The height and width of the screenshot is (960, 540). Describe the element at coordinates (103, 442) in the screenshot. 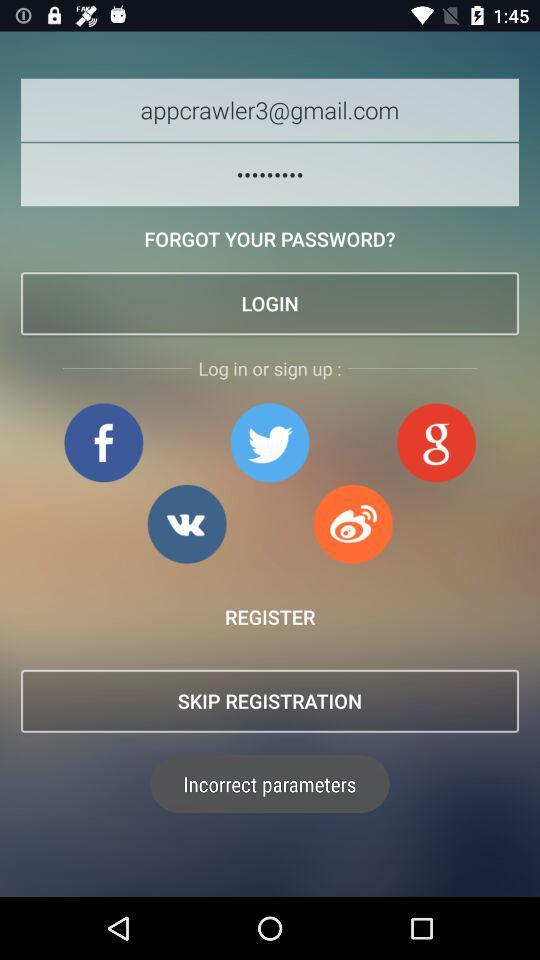

I see `facebook` at that location.